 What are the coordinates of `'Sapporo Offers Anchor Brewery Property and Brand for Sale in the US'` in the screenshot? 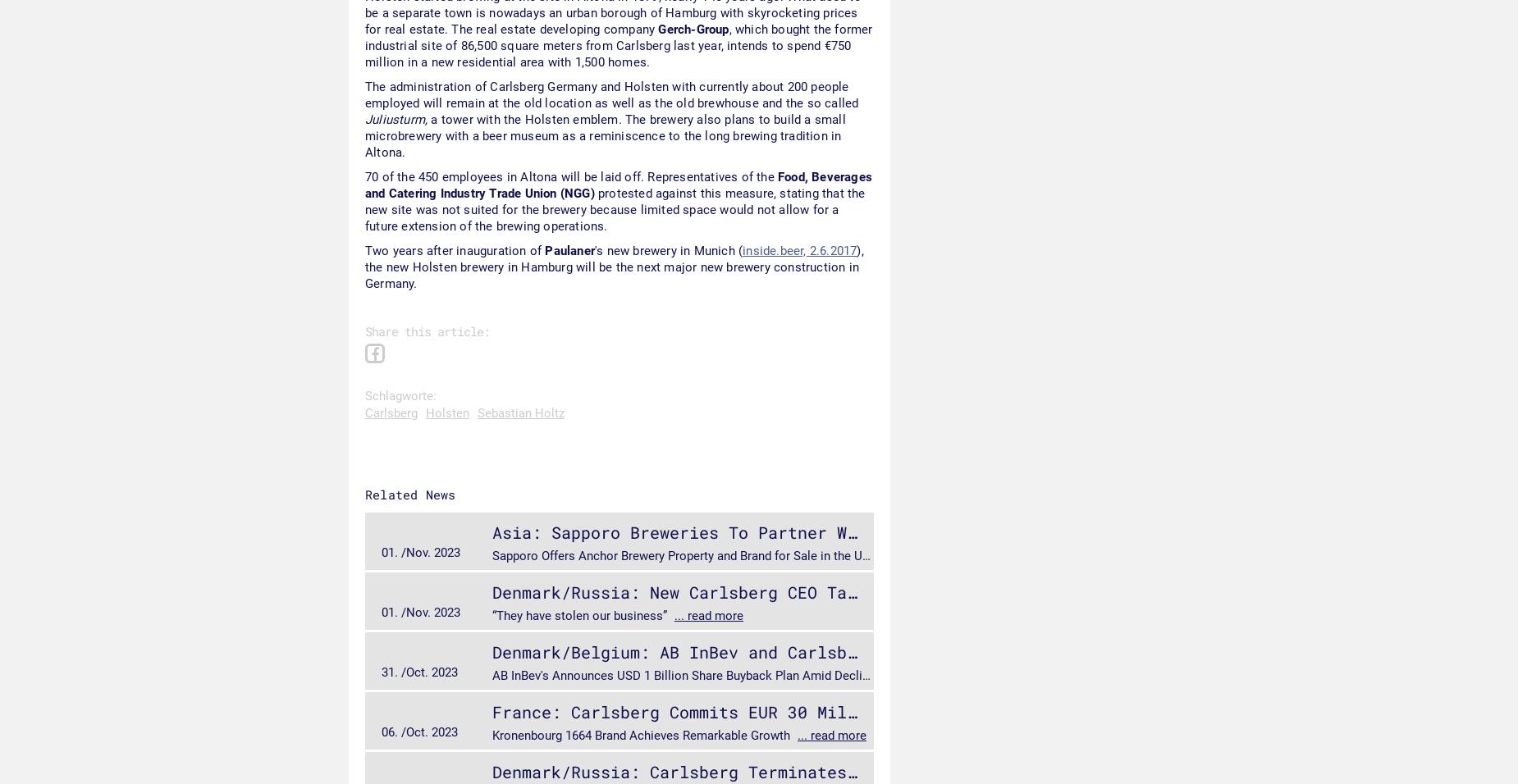 It's located at (682, 555).